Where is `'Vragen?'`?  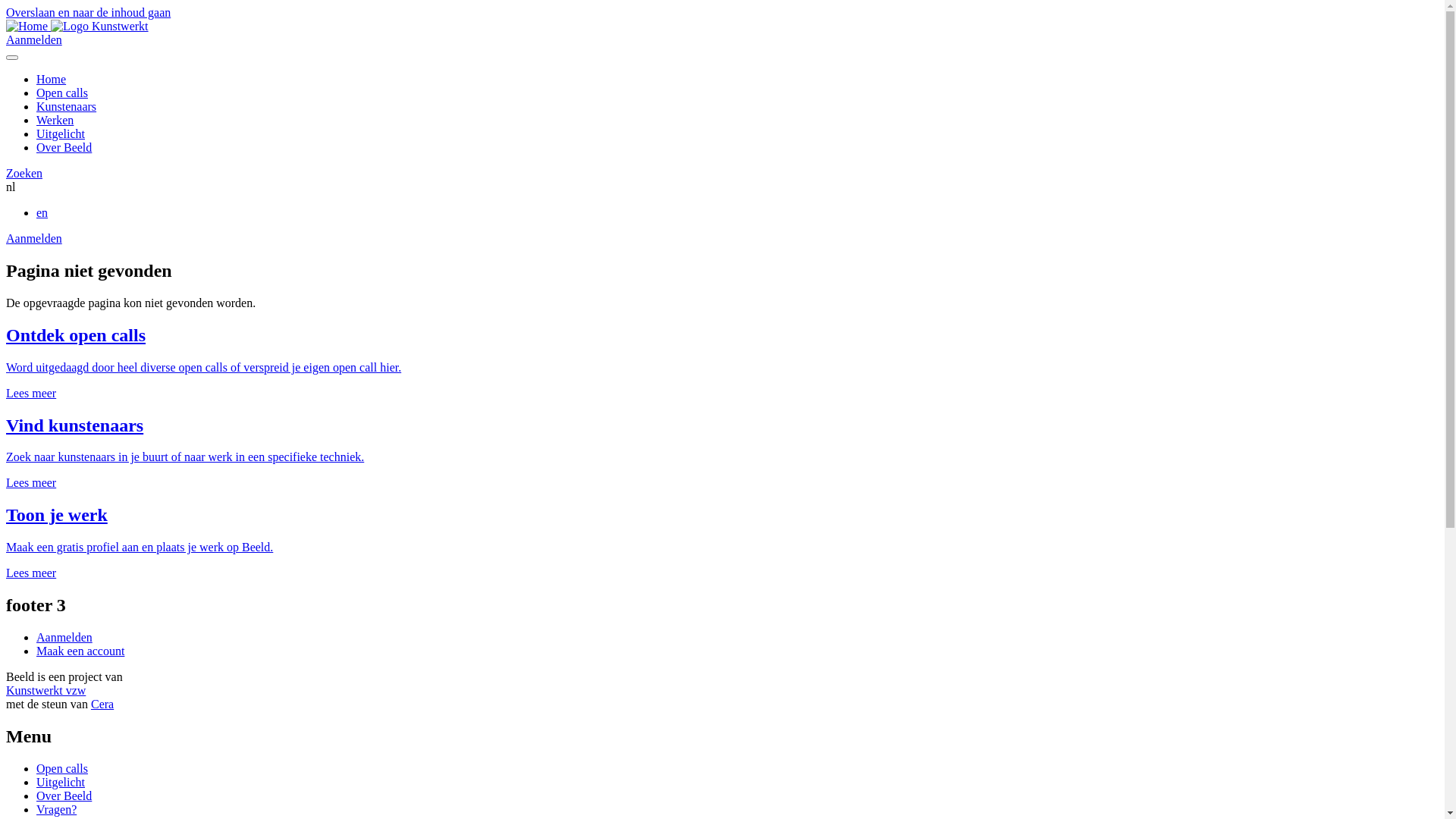 'Vragen?' is located at coordinates (36, 808).